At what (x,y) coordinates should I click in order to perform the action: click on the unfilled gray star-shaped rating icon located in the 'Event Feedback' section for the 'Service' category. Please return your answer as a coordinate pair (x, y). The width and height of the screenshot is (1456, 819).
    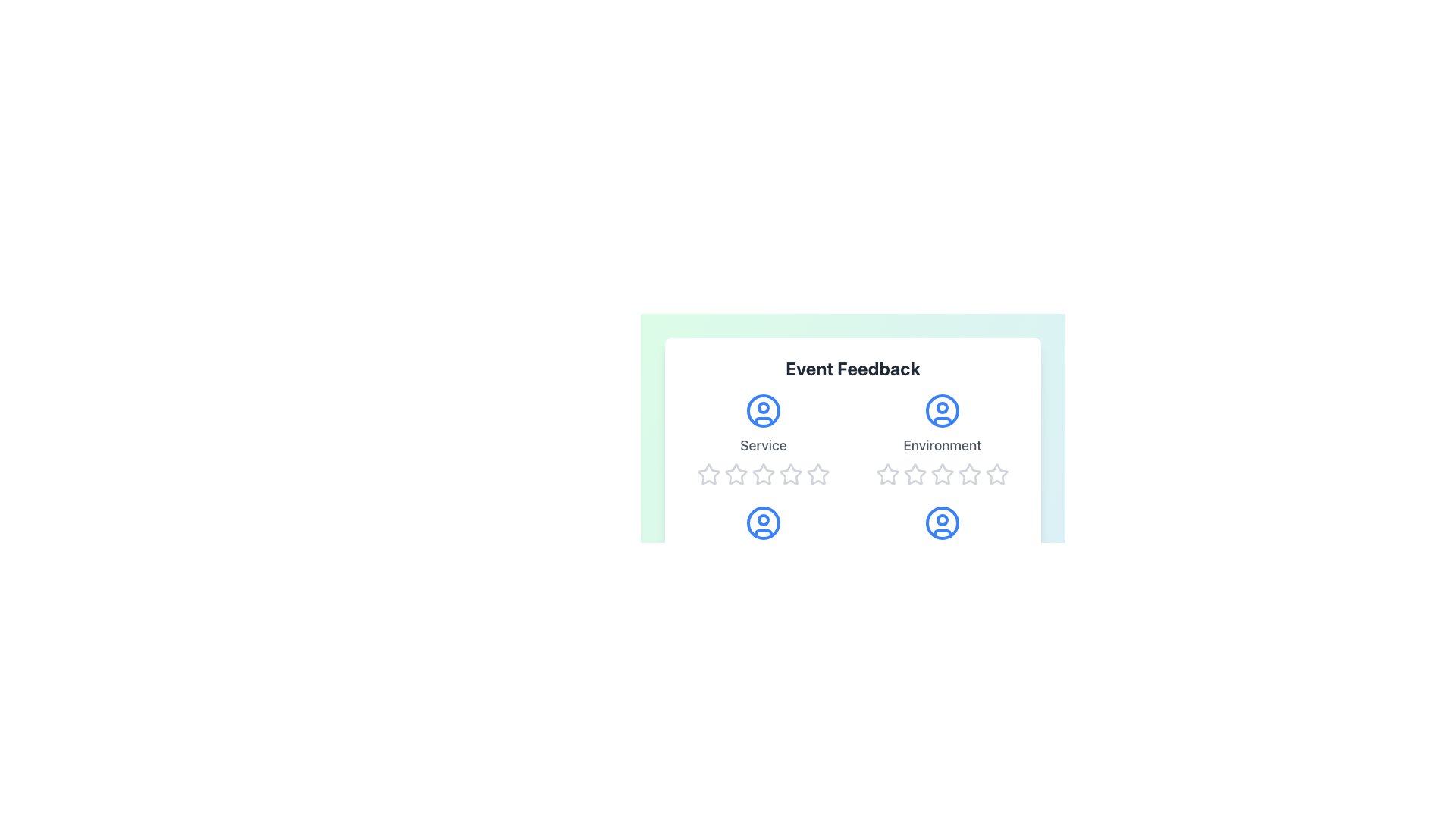
    Looking at the image, I should click on (736, 473).